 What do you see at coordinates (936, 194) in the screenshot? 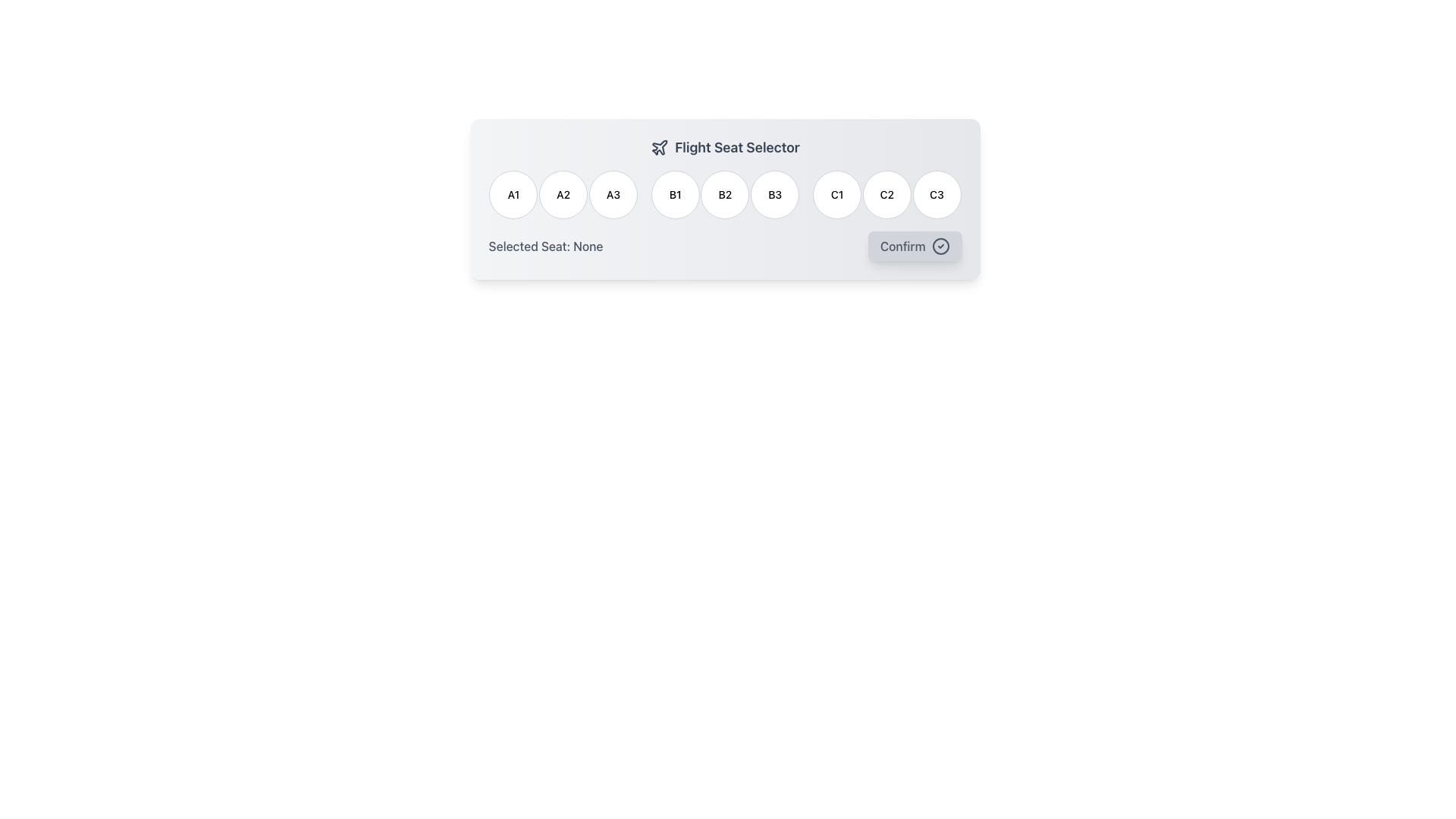
I see `the circular button labeled 'C3'` at bounding box center [936, 194].